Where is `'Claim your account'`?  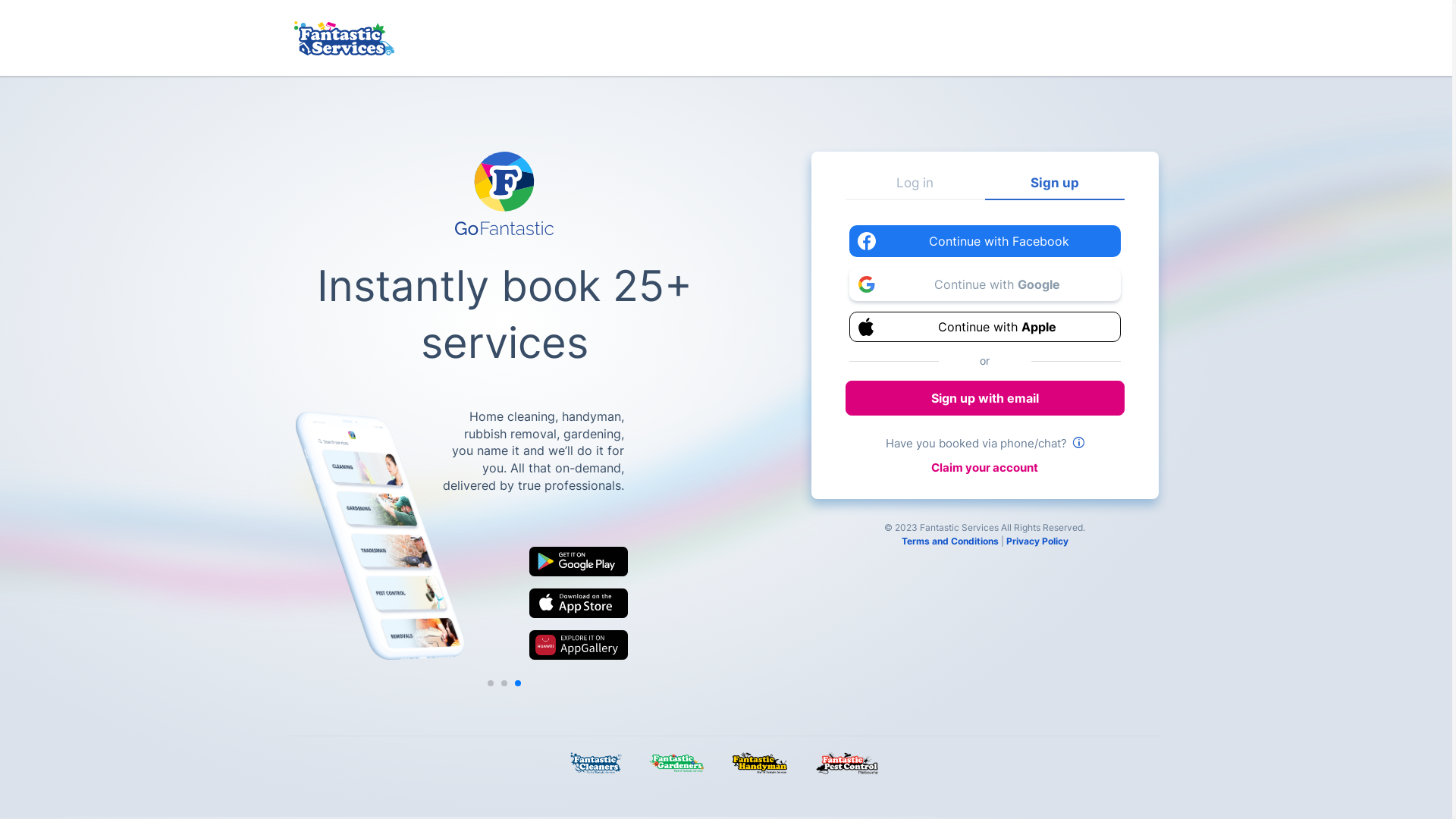 'Claim your account' is located at coordinates (984, 466).